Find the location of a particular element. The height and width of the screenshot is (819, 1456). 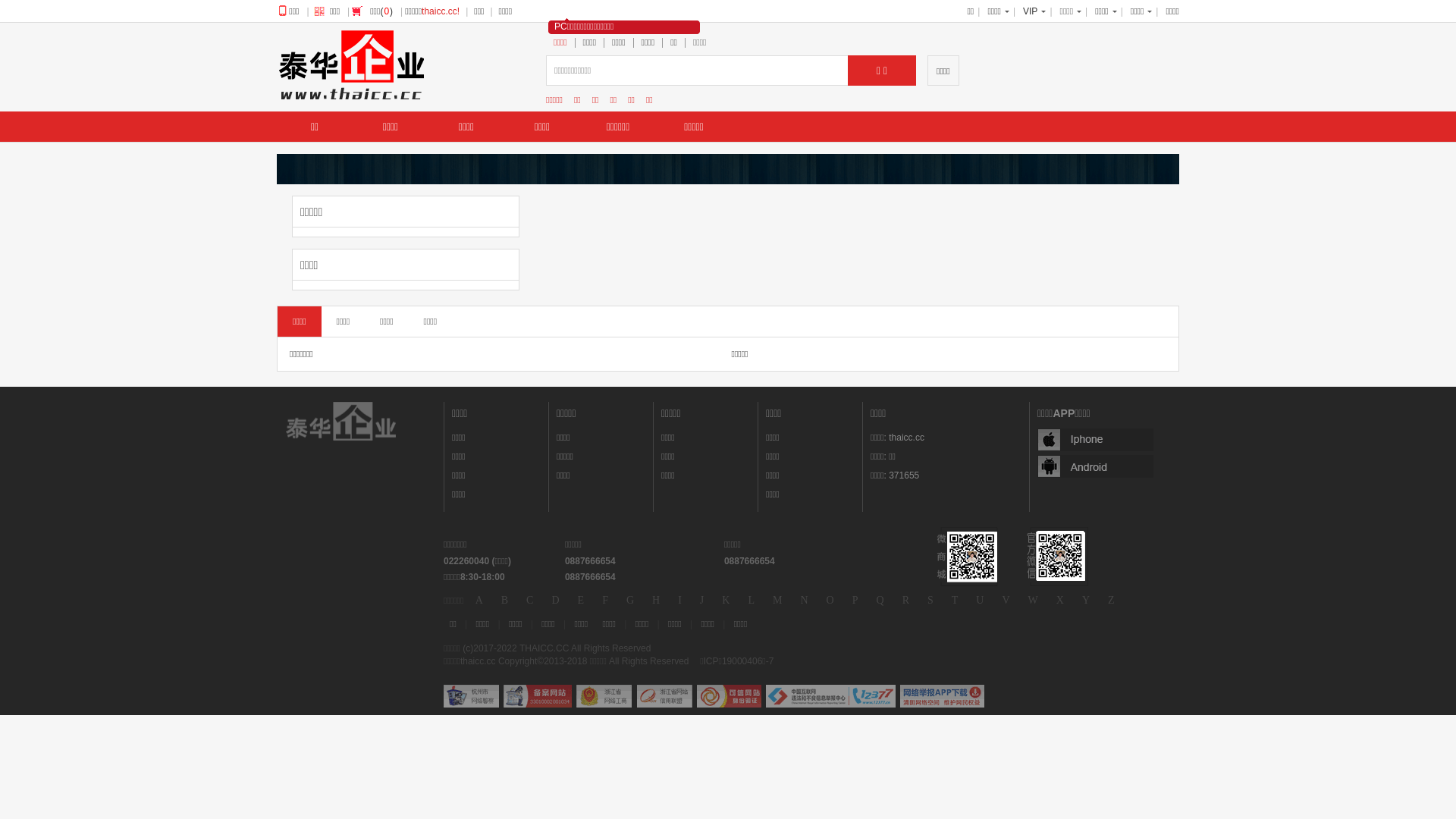

'H' is located at coordinates (655, 599).